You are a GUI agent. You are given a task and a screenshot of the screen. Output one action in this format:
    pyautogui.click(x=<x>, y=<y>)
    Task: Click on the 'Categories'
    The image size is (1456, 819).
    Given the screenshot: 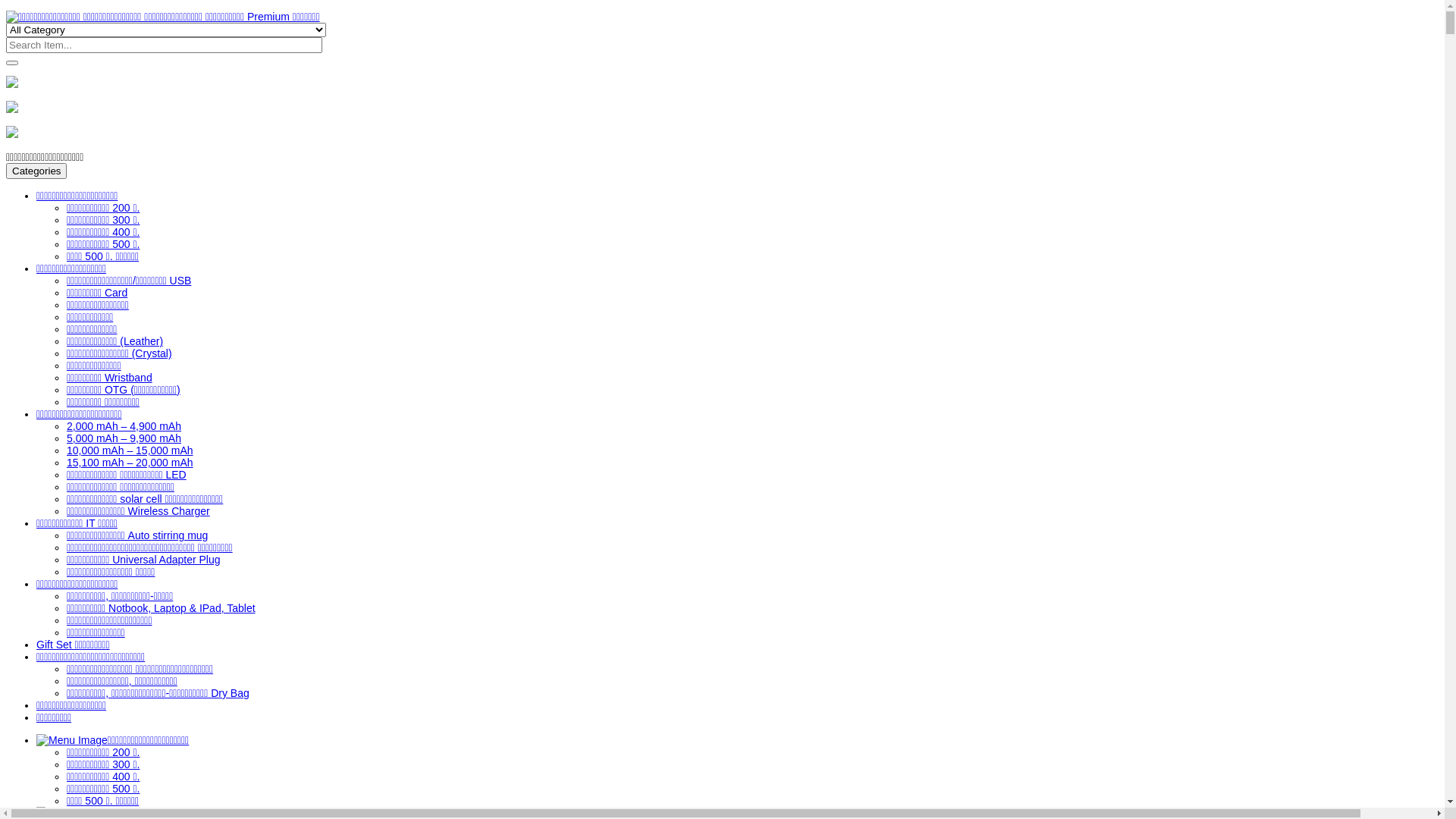 What is the action you would take?
    pyautogui.click(x=36, y=171)
    